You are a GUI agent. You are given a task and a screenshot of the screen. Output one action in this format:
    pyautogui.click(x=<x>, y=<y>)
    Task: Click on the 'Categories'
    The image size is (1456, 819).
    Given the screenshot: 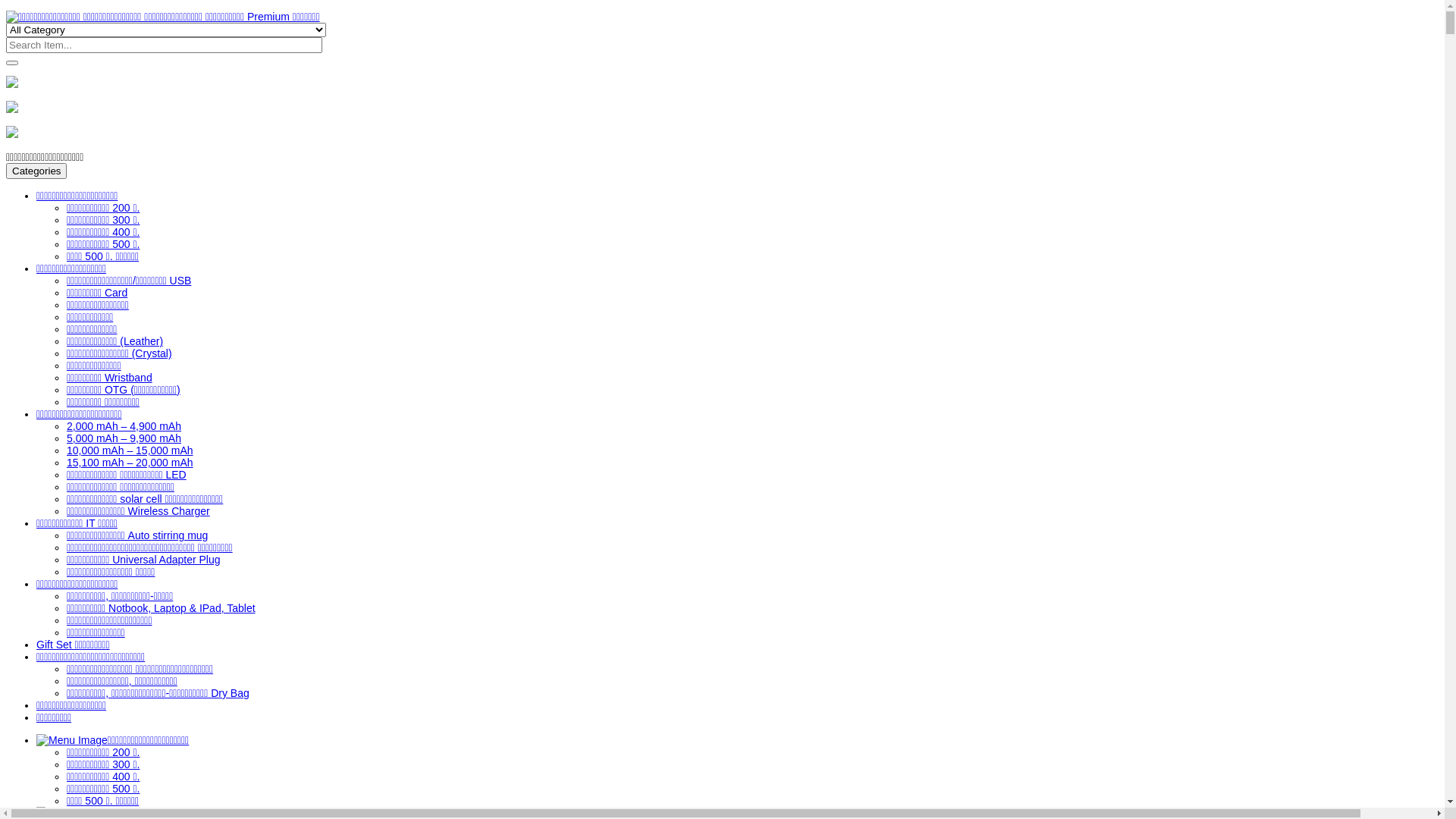 What is the action you would take?
    pyautogui.click(x=36, y=171)
    